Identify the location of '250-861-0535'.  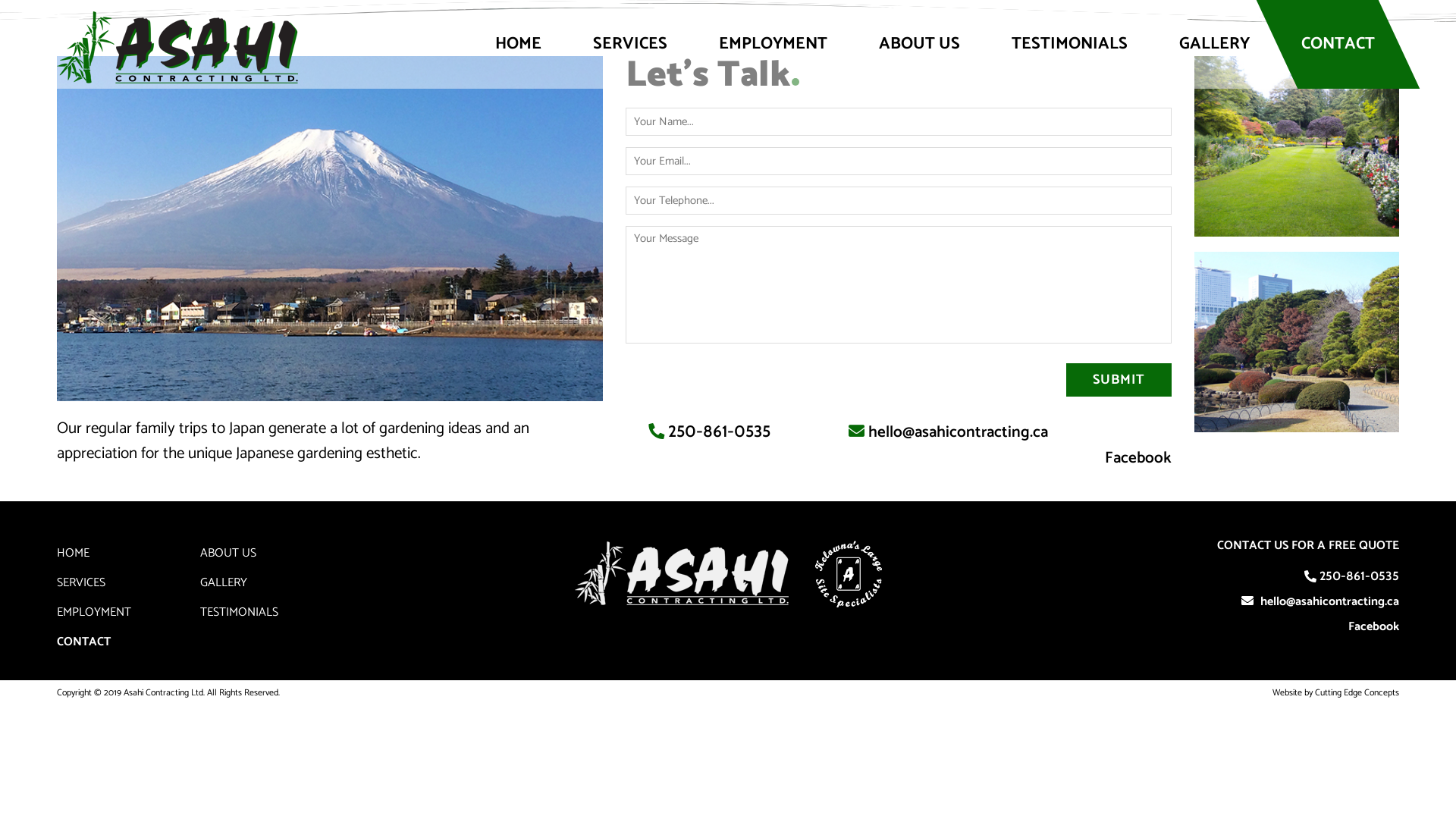
(667, 431).